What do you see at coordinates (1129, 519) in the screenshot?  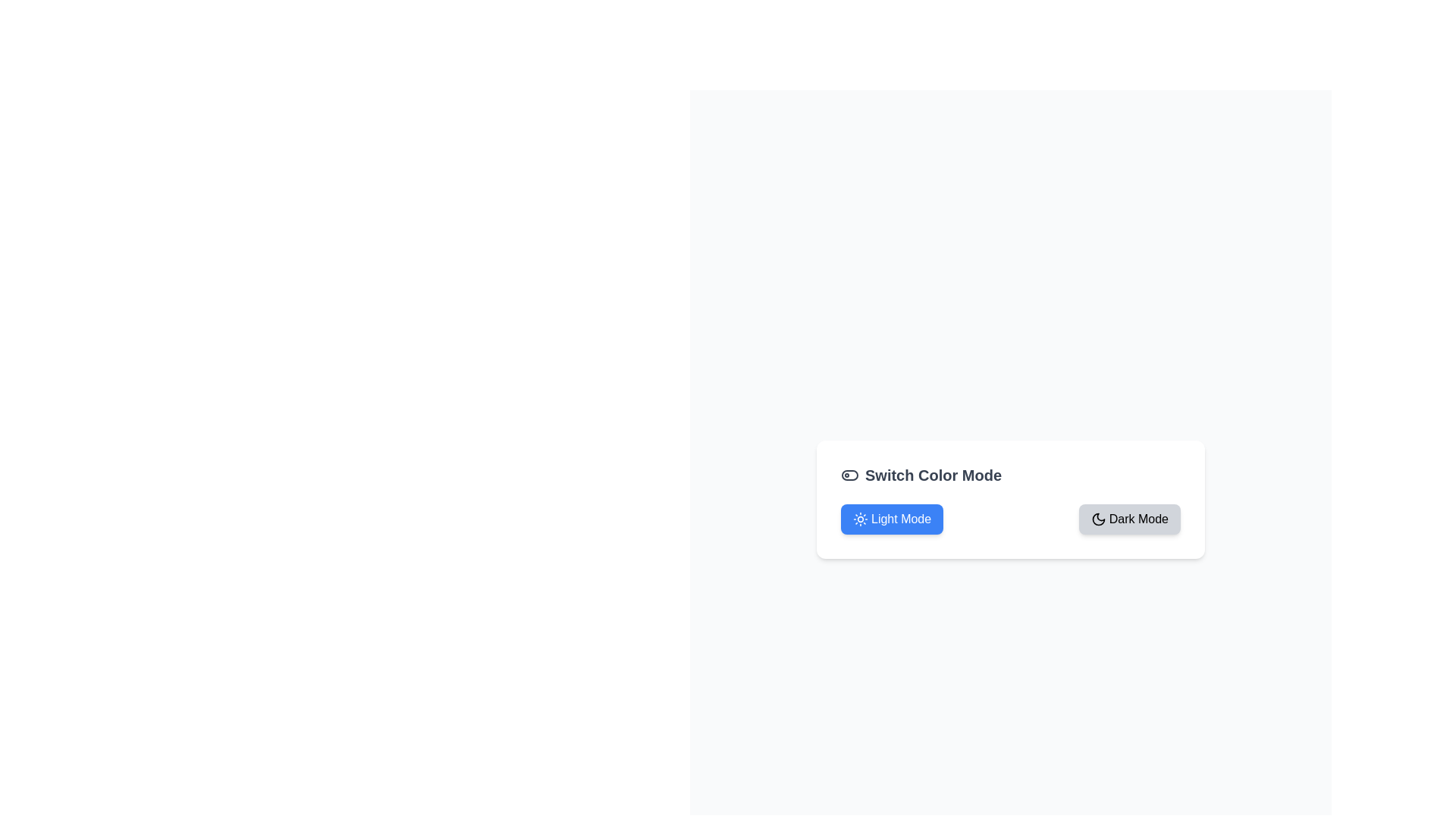 I see `the 'Dark Mode' button` at bounding box center [1129, 519].